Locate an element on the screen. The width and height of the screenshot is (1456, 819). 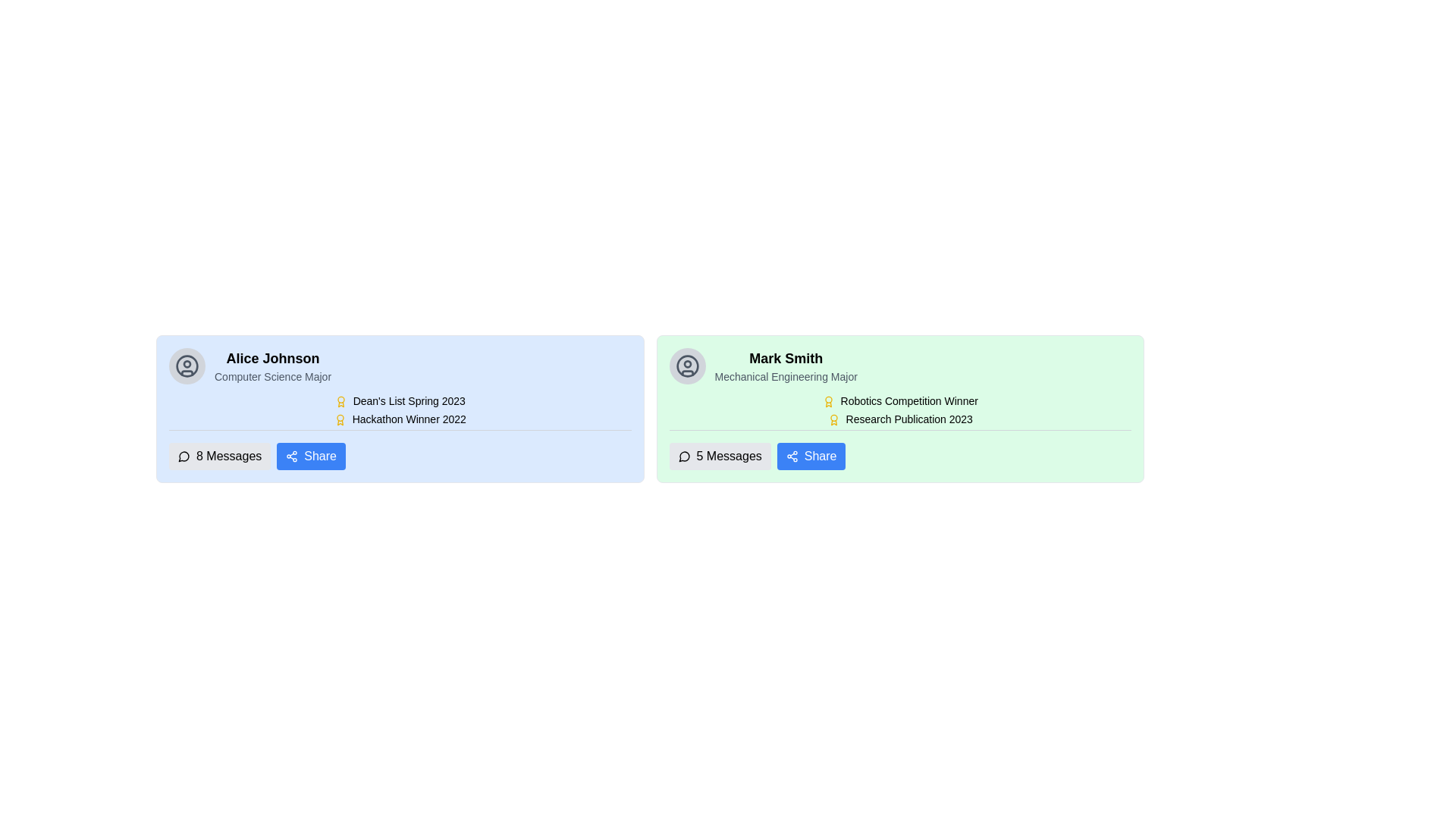
the circular speech bubble icon located to the left of the '8 Messages' text within the button in the blue profile section for 'Alice Johnson' is located at coordinates (184, 455).